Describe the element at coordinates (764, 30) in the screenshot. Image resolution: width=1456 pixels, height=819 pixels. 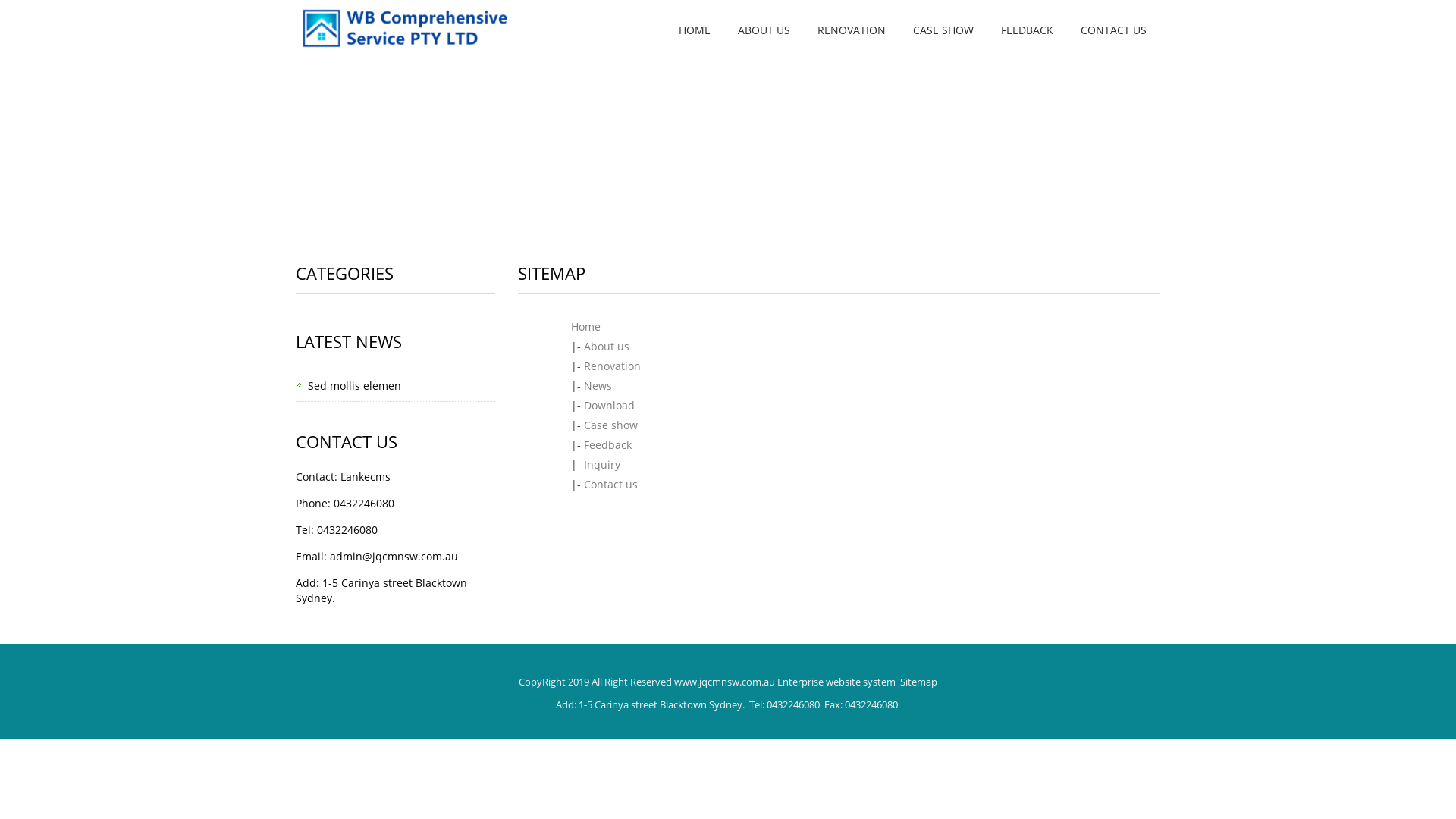
I see `'ABOUT US'` at that location.